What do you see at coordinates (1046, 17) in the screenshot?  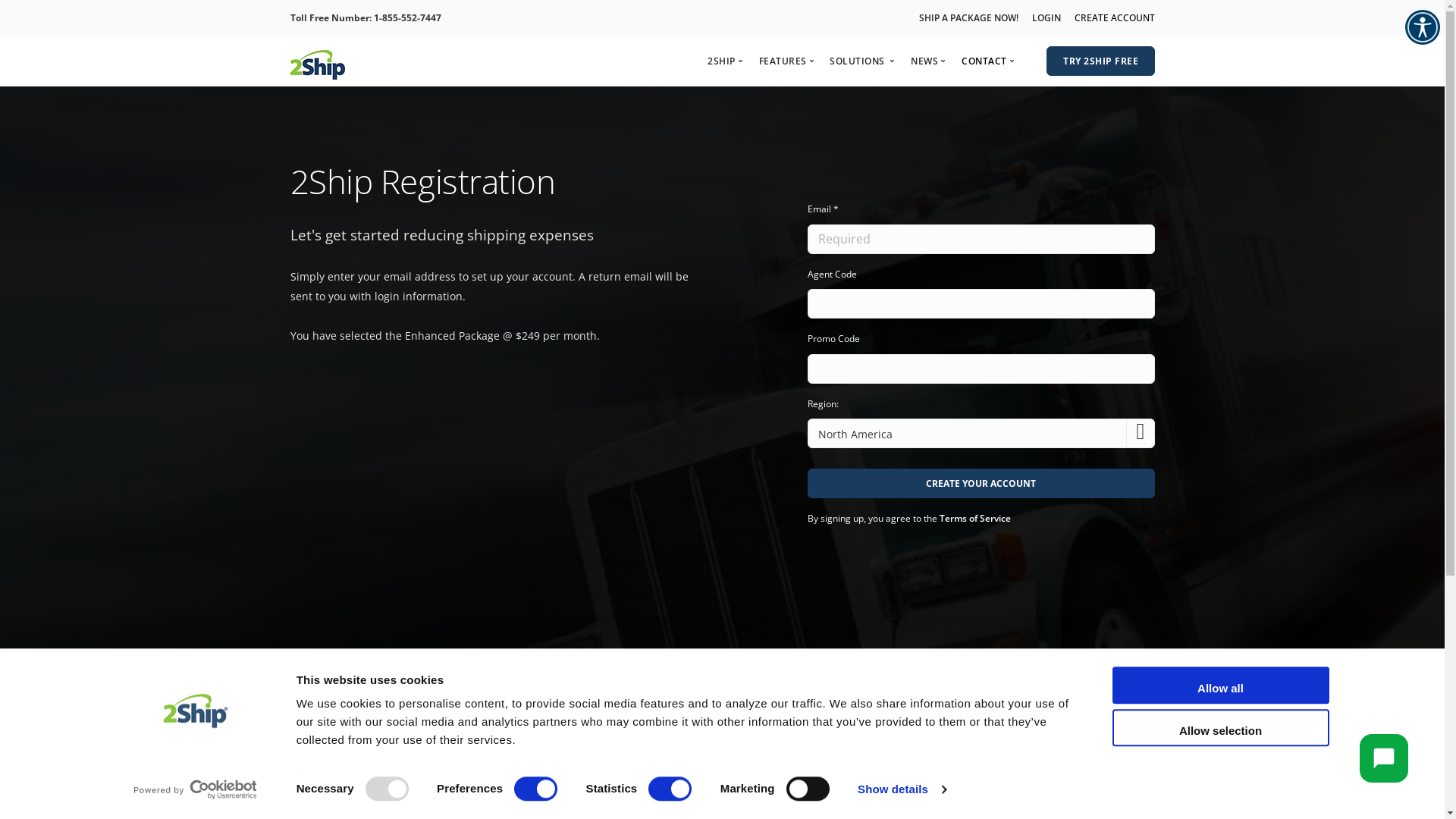 I see `'LOGIN'` at bounding box center [1046, 17].